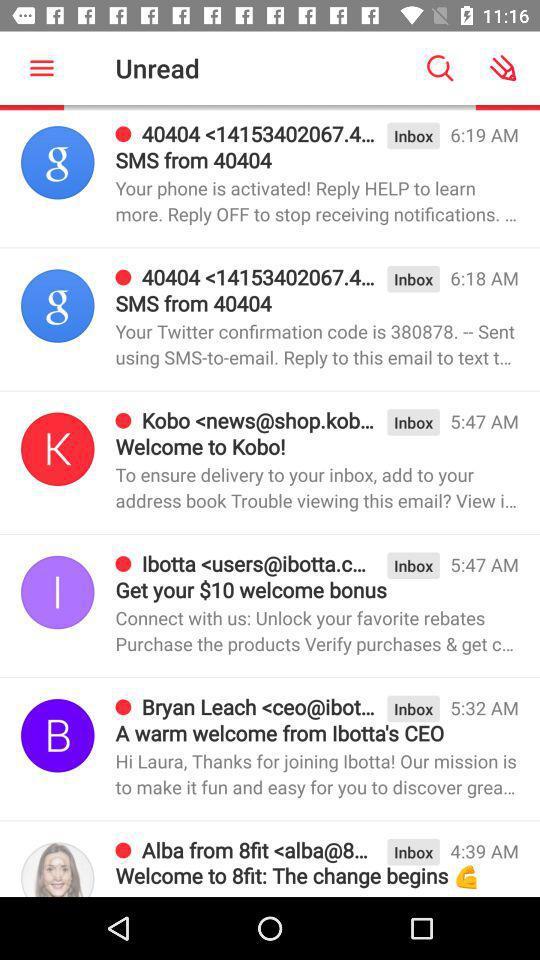 This screenshot has width=540, height=960. Describe the element at coordinates (57, 449) in the screenshot. I see `the skip_previous icon` at that location.